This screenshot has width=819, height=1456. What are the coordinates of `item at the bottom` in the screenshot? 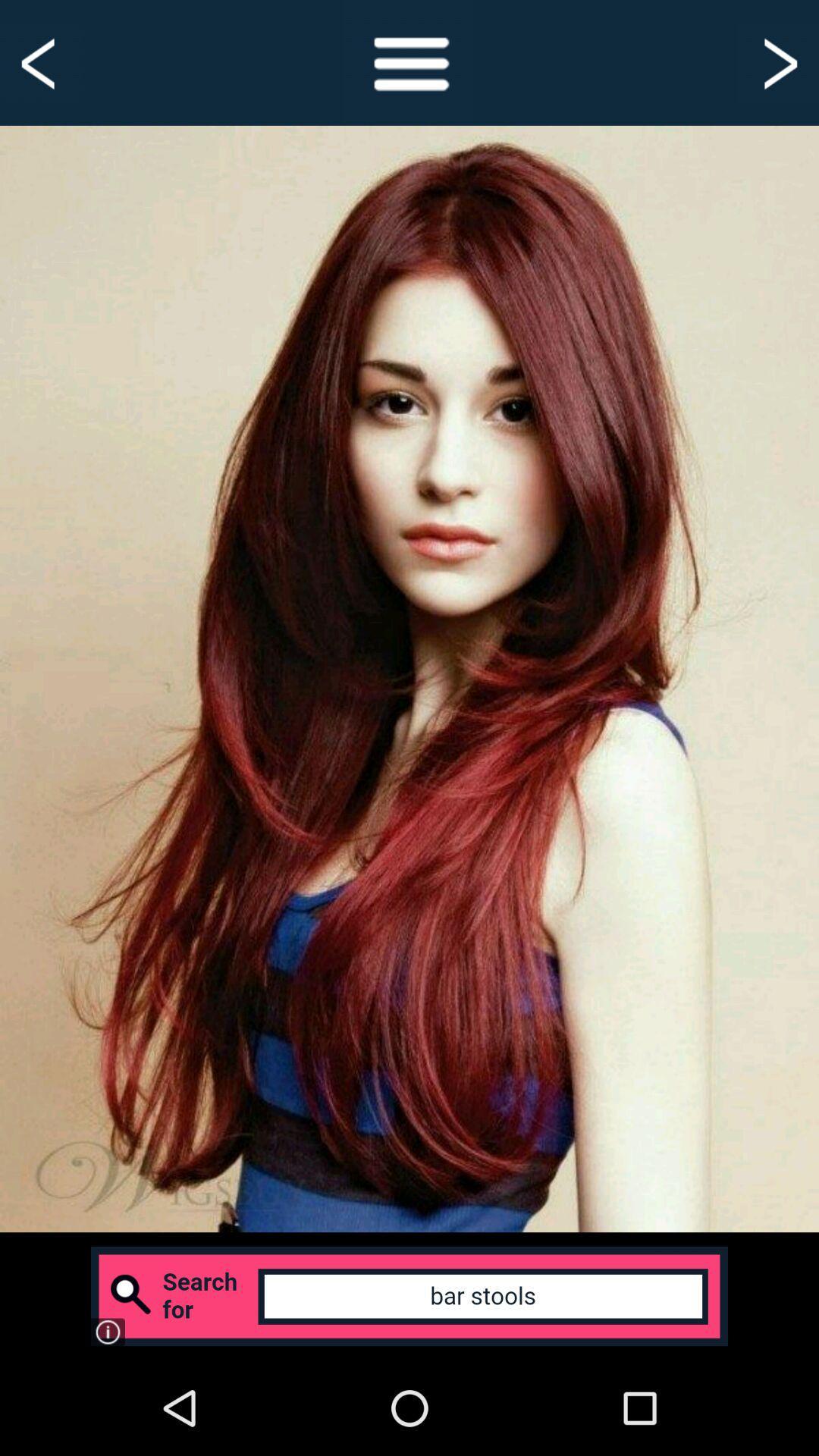 It's located at (409, 1295).